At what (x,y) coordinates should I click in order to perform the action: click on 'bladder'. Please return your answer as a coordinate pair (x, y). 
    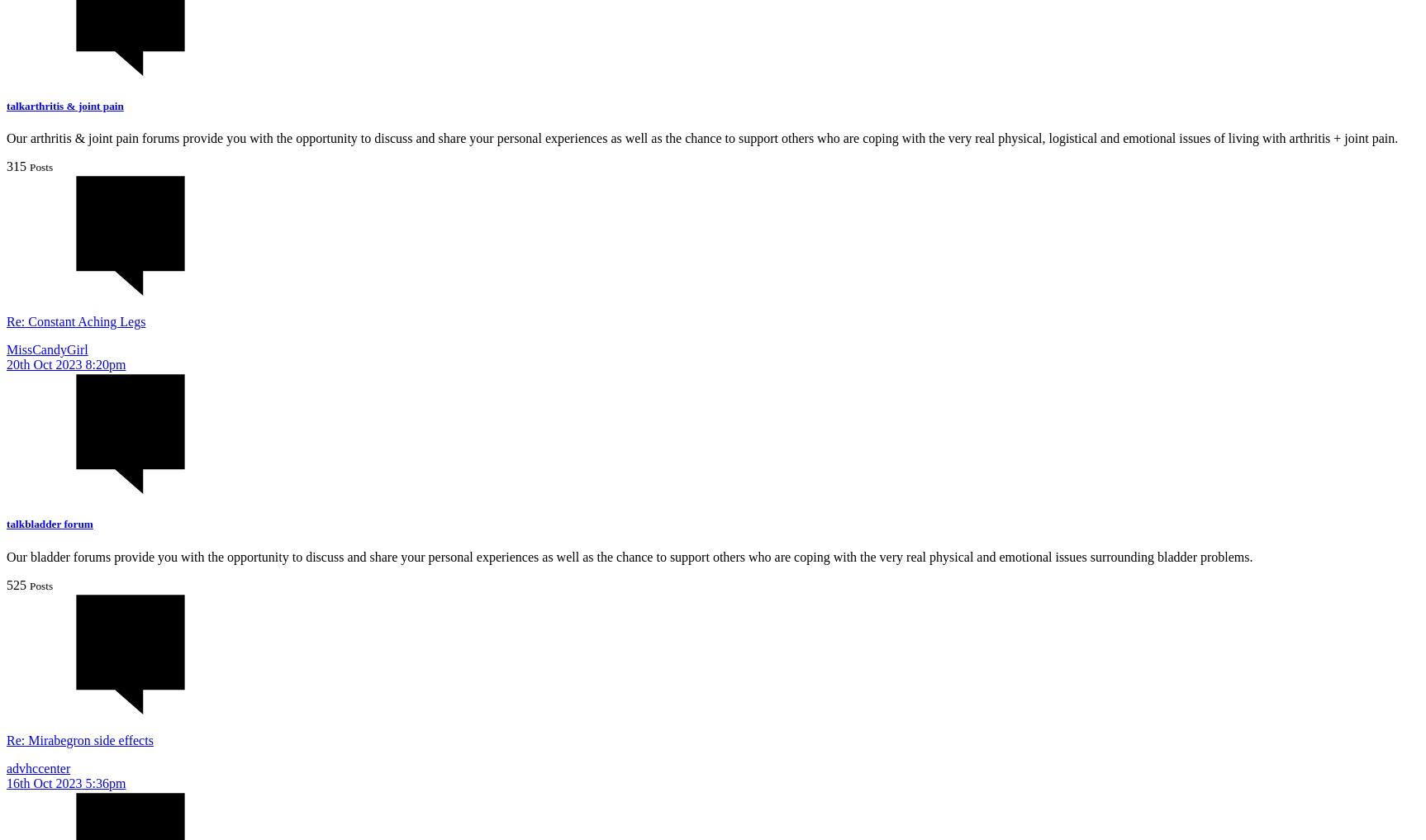
    Looking at the image, I should click on (25, 524).